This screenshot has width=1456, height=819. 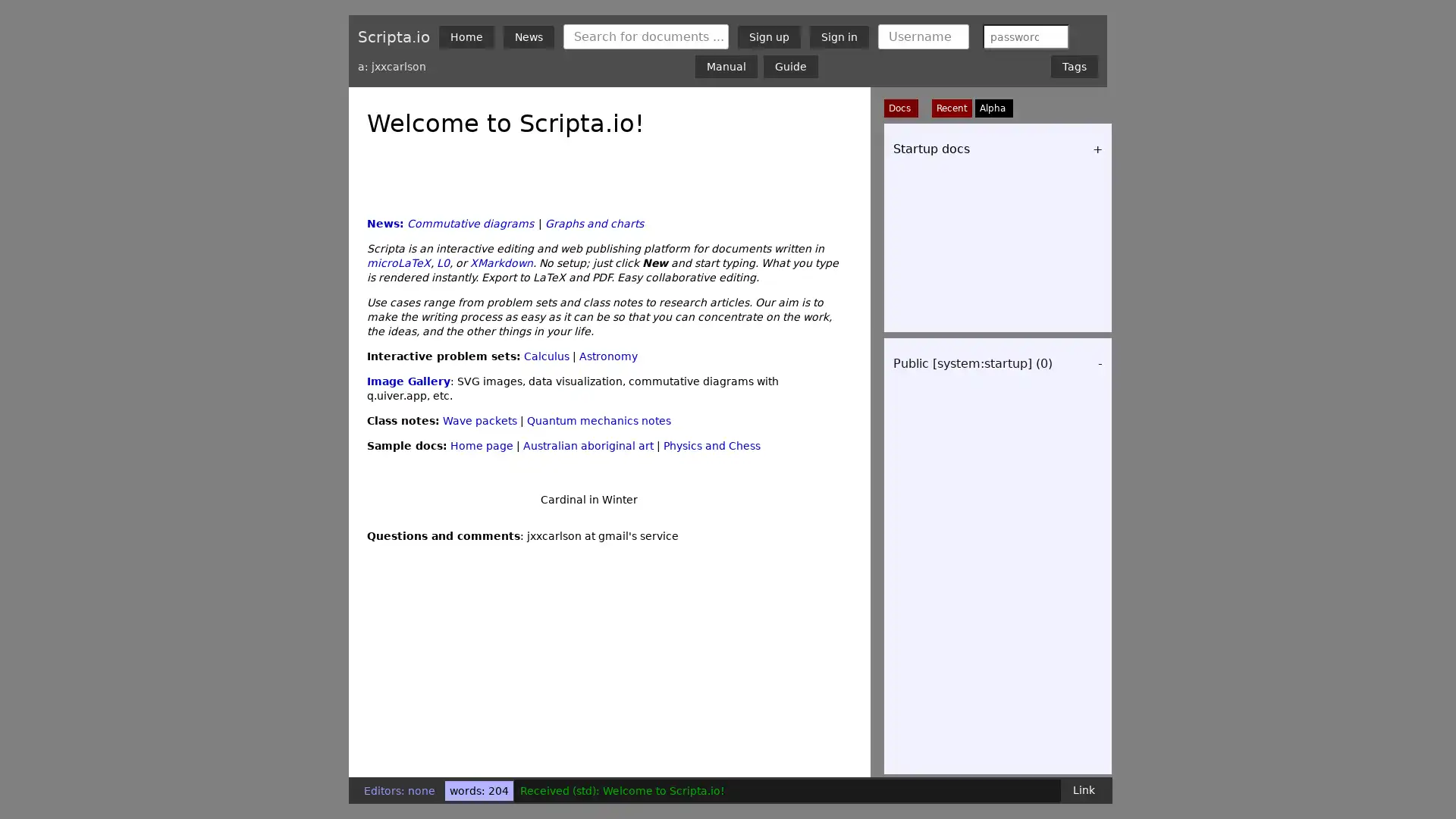 I want to click on Guide Cheat sheet for the current markup language, so click(x=789, y=66).